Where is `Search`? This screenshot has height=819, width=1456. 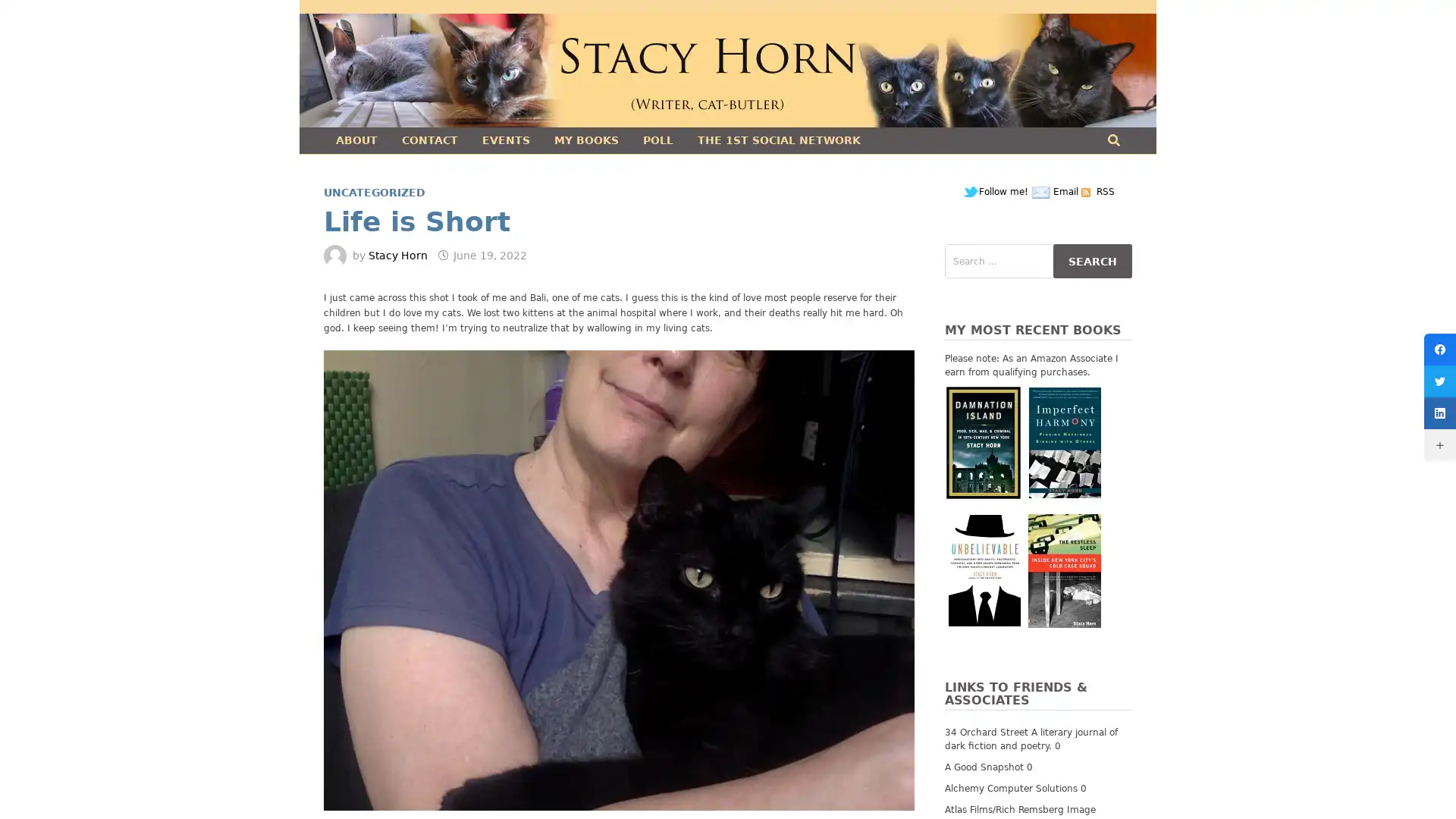 Search is located at coordinates (1092, 260).